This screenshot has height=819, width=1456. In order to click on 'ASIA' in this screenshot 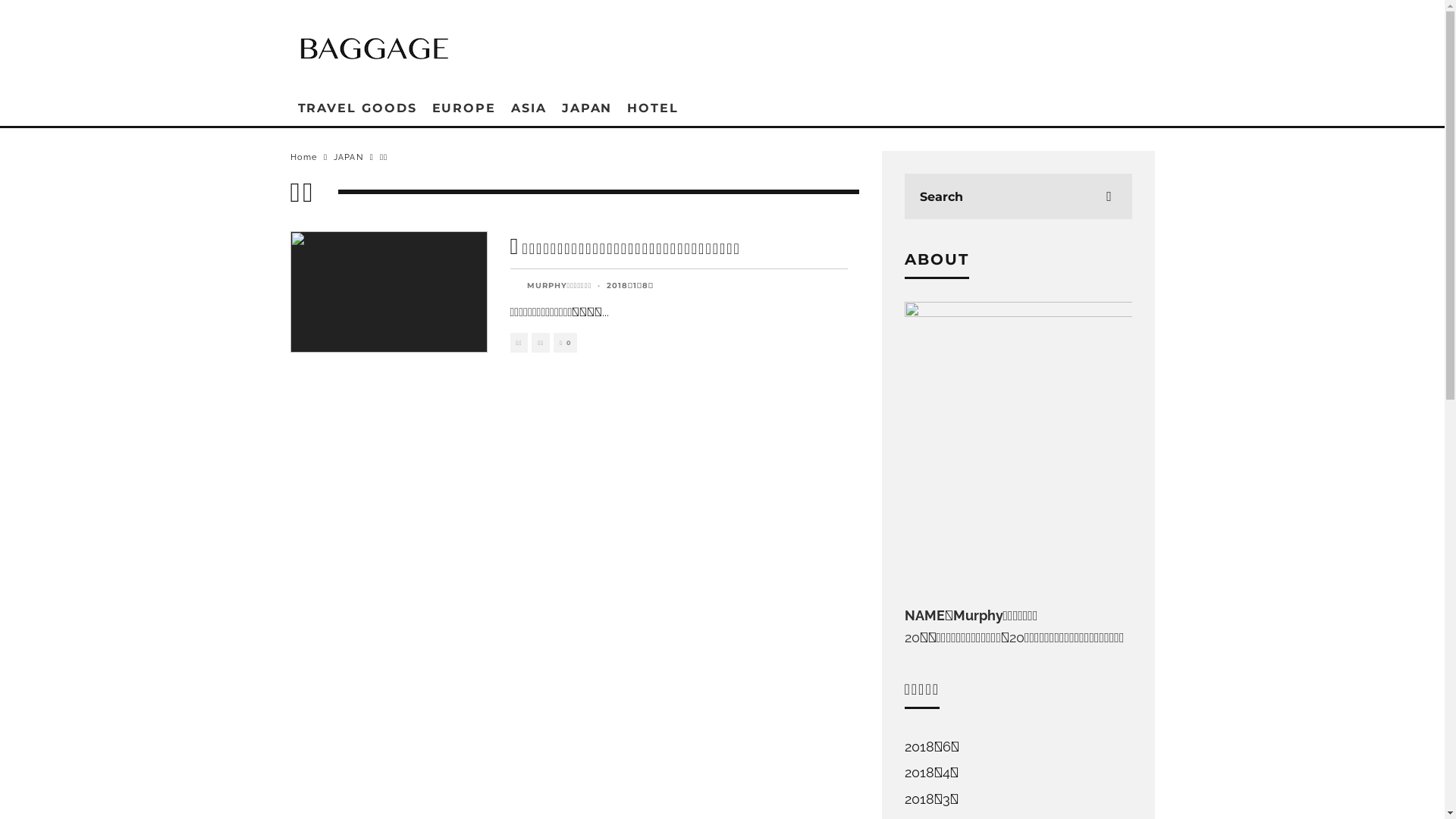, I will do `click(503, 107)`.